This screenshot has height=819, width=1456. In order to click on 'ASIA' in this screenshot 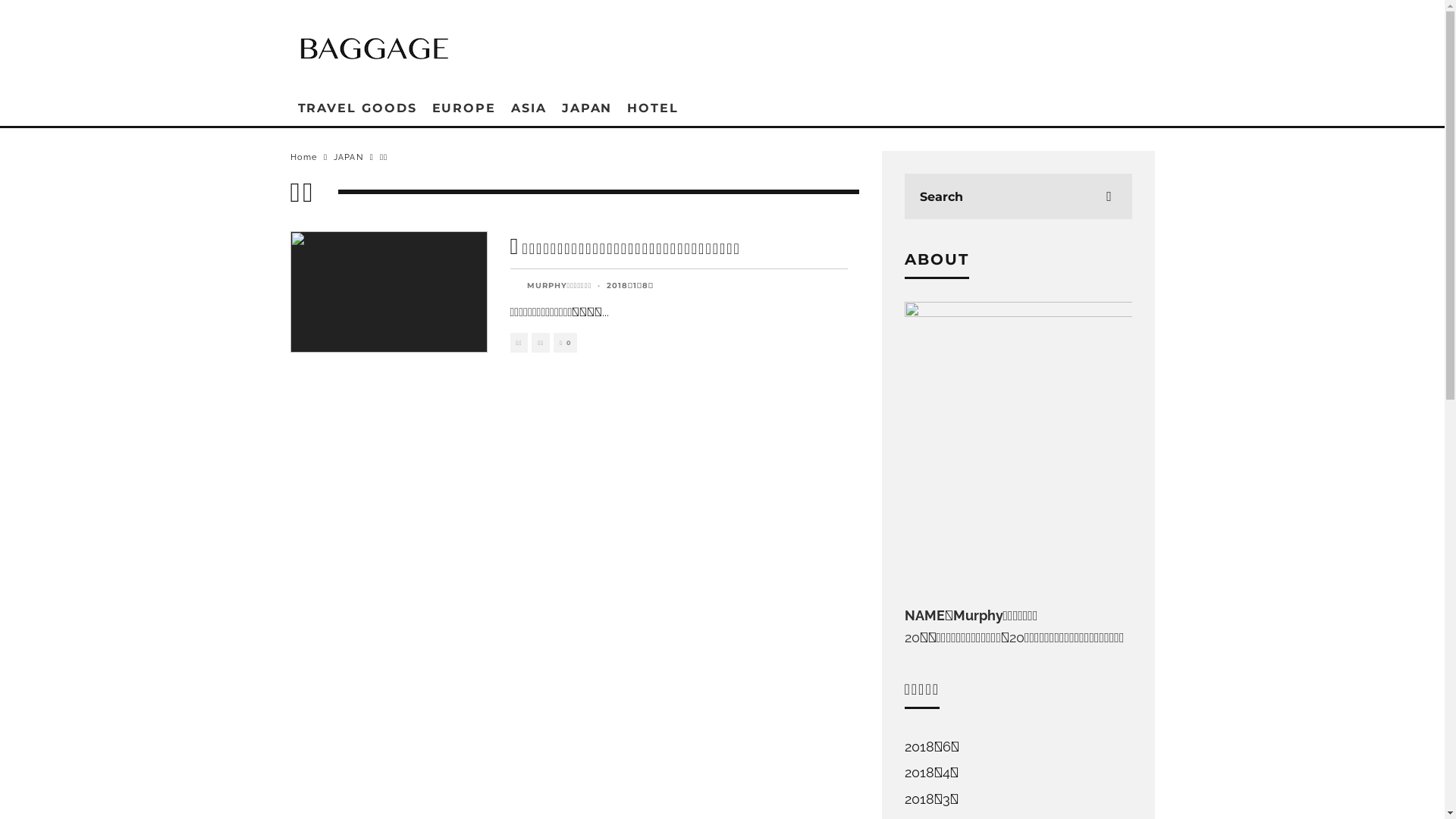, I will do `click(503, 107)`.